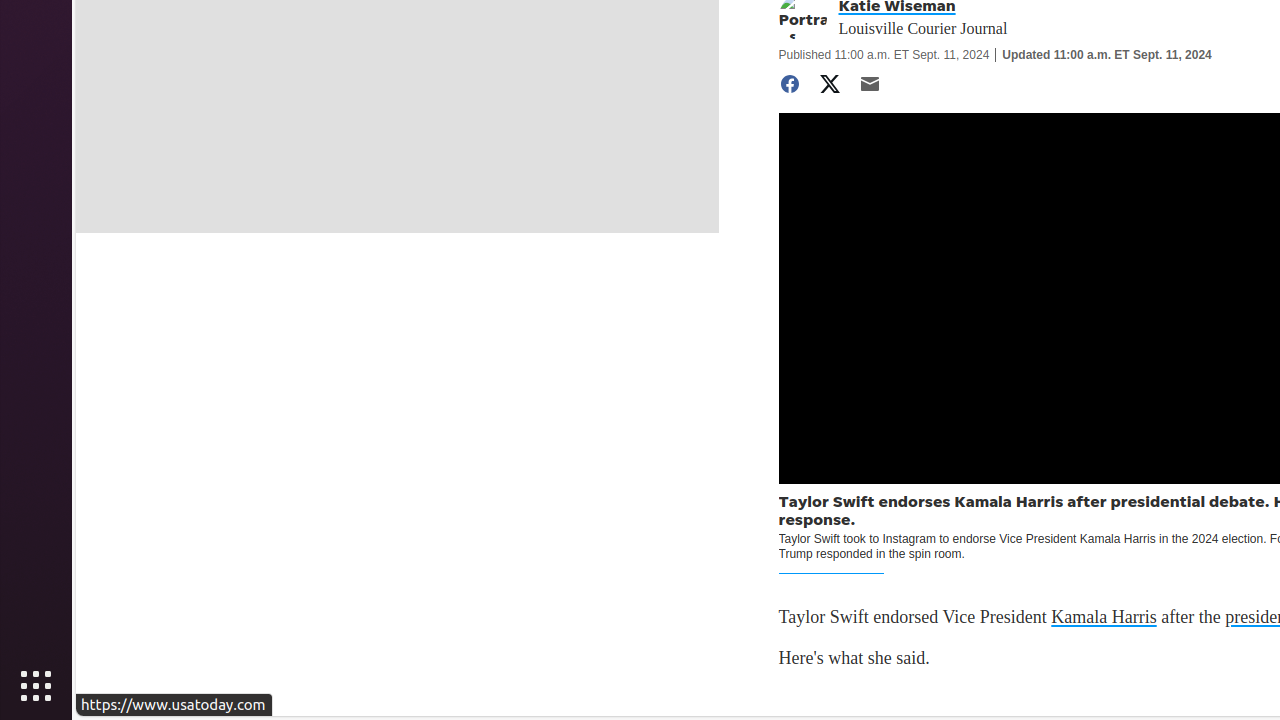 This screenshot has width=1280, height=720. I want to click on 'Share by email', so click(869, 83).